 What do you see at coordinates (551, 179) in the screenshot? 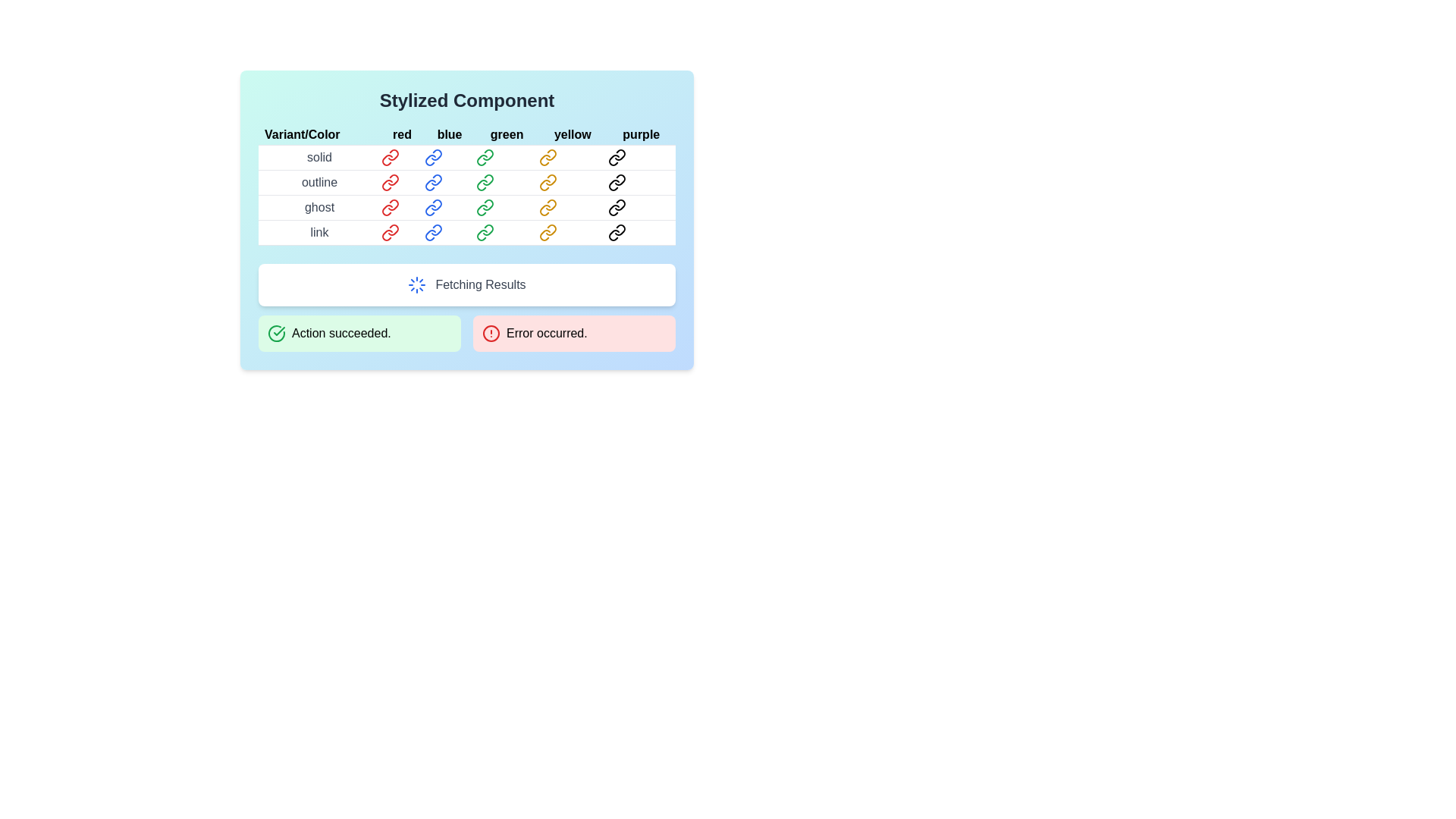
I see `the yellow chain link icon, which is a minimalistic outline symbol located in the table cell at the intersection of the 'outline' row and 'yellow' column` at bounding box center [551, 179].